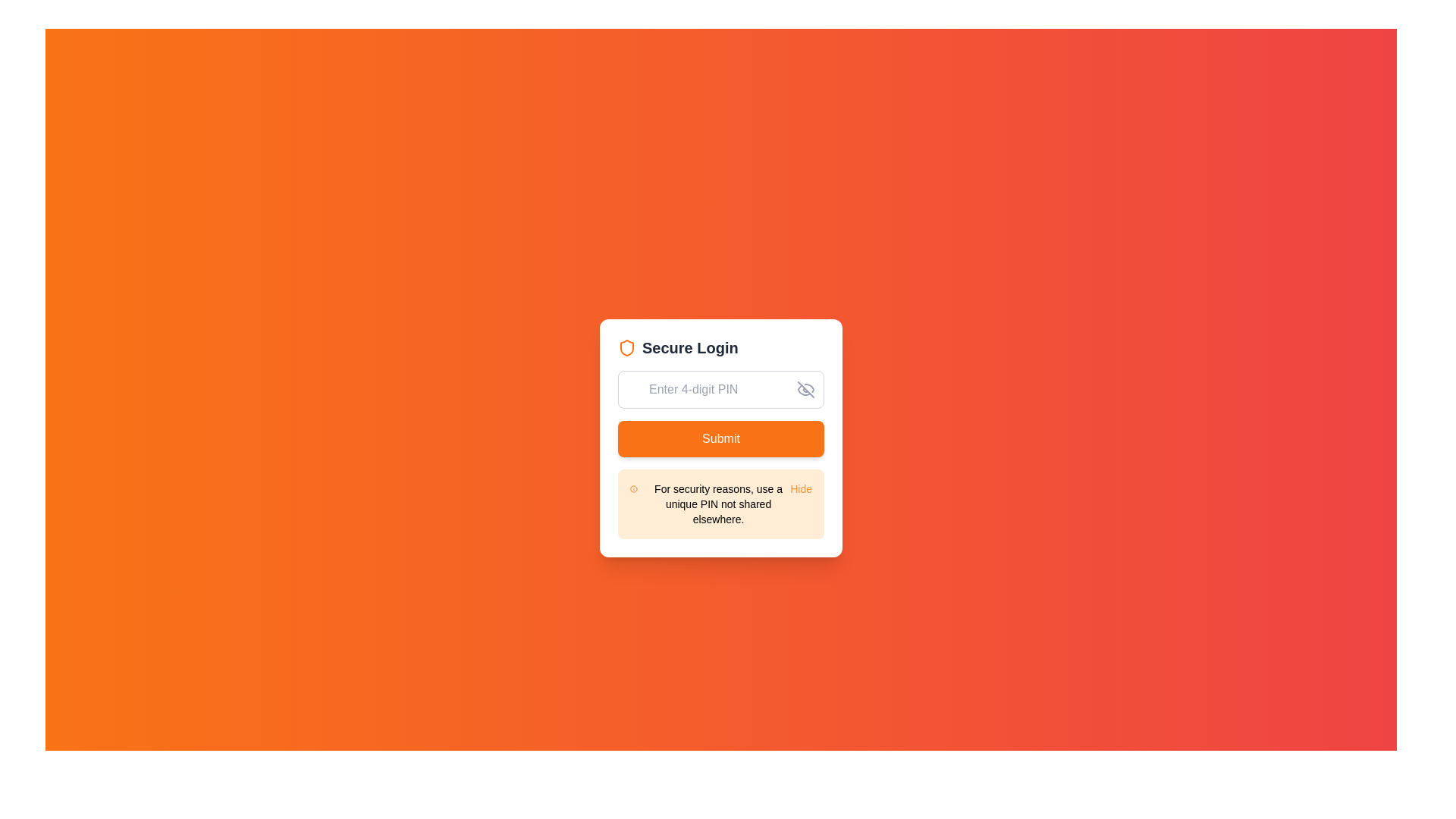 This screenshot has height=819, width=1456. What do you see at coordinates (803, 389) in the screenshot?
I see `the graphic element representing a 'hide' or 'invisible' functionality, which is part of an eye icon positioned above an input field` at bounding box center [803, 389].